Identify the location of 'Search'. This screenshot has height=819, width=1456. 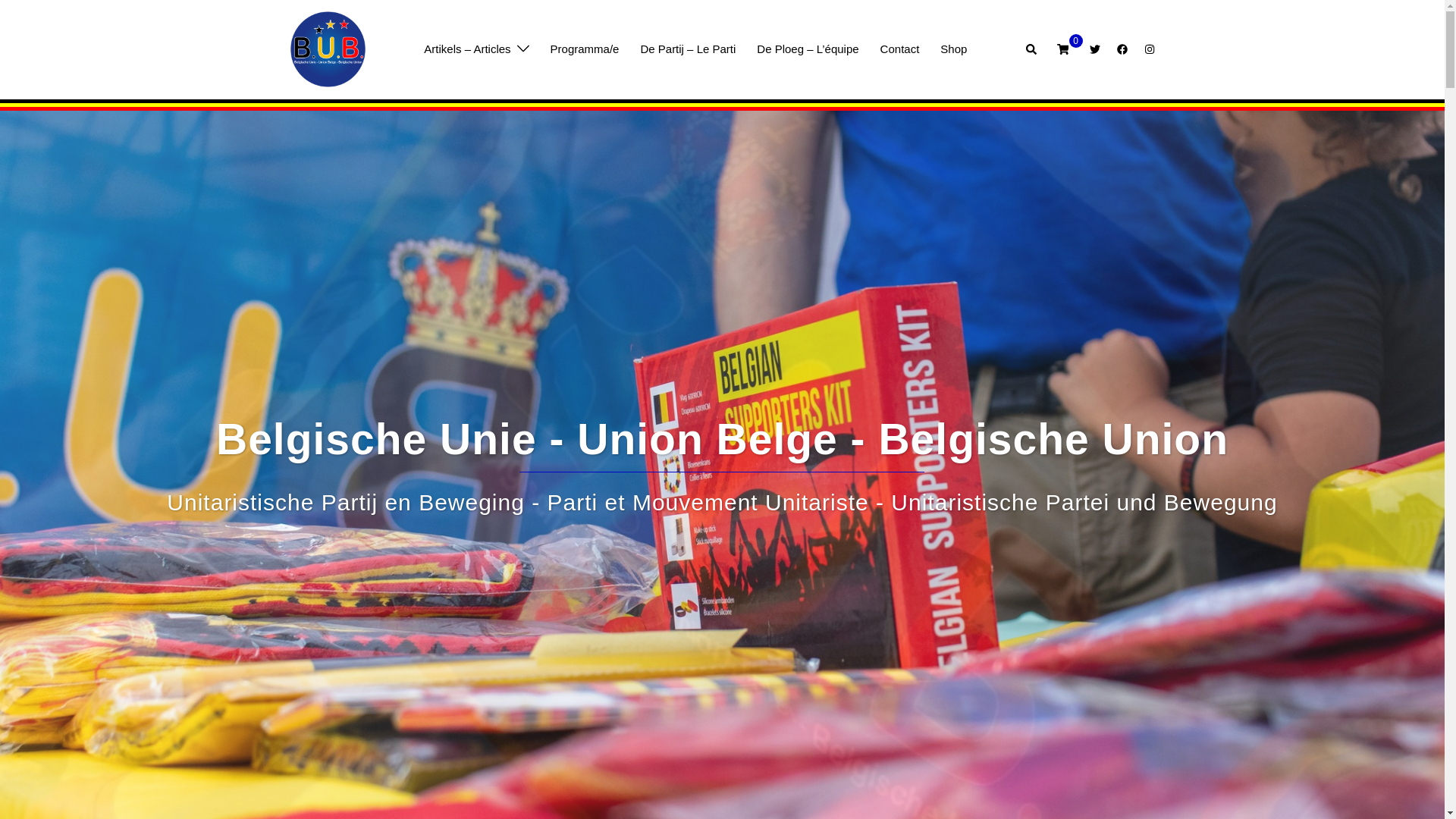
(1025, 48).